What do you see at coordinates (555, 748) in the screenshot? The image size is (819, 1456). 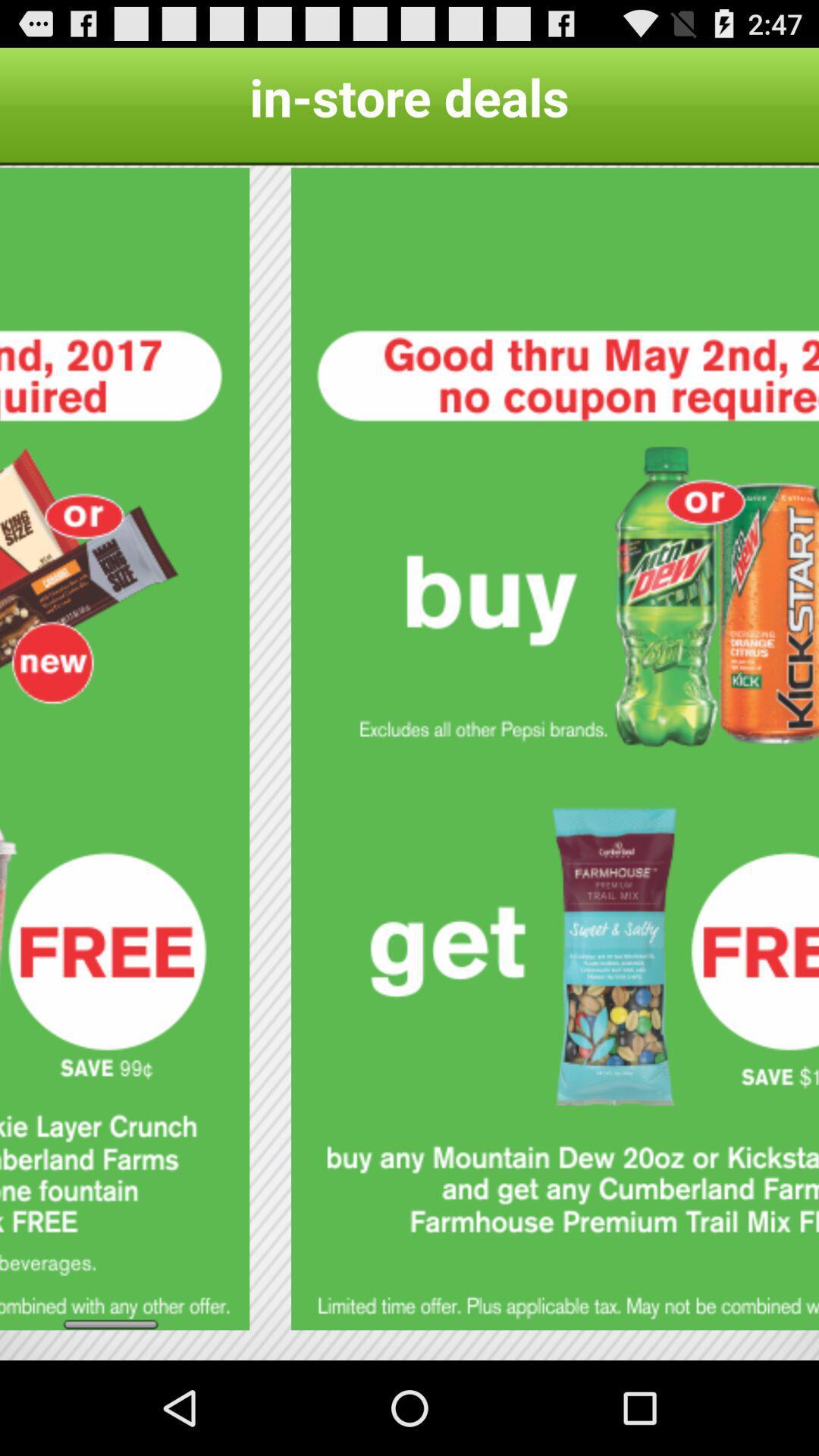 I see `this coupon` at bounding box center [555, 748].